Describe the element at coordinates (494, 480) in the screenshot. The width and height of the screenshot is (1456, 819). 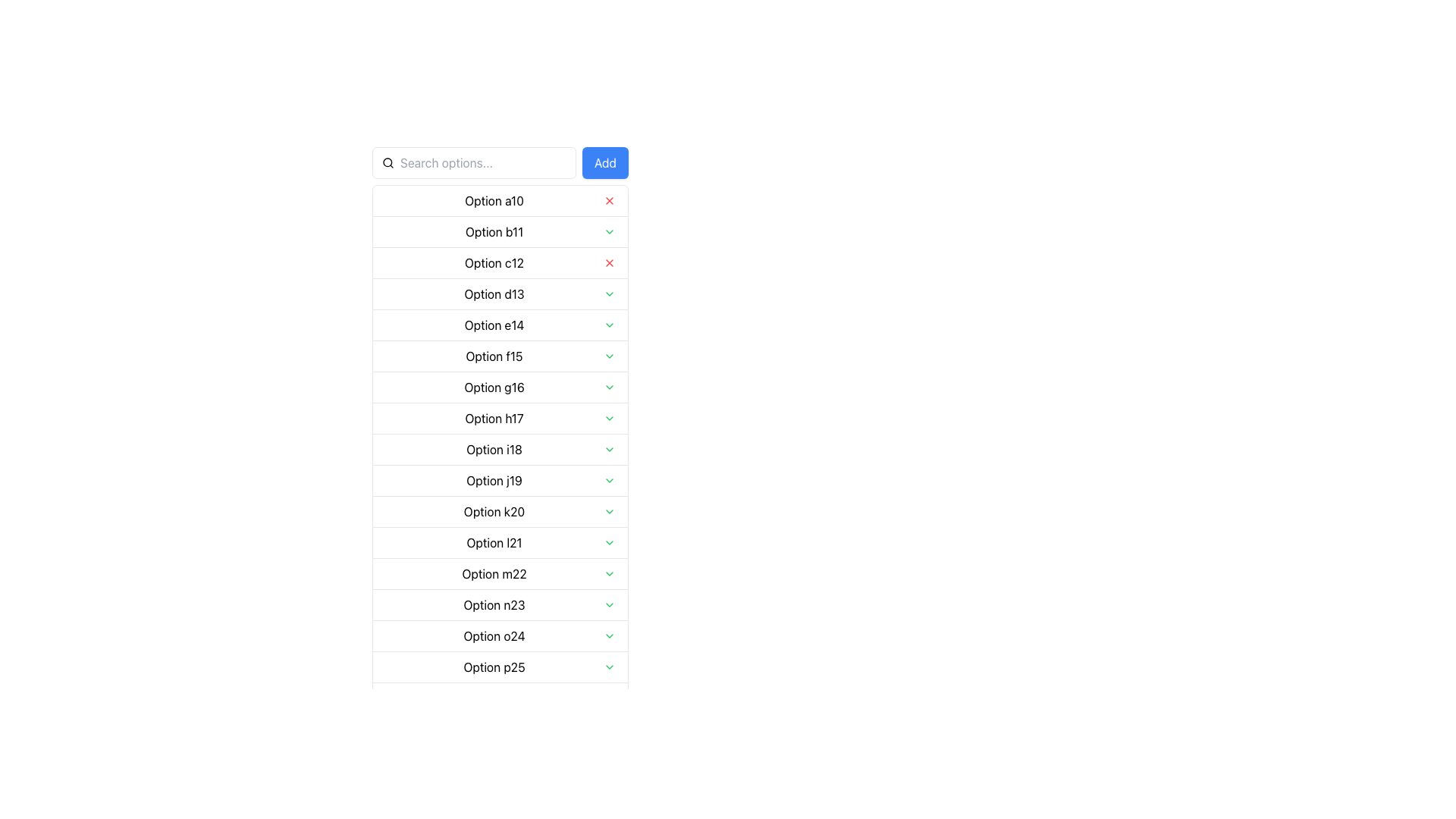
I see `the list item labeled 'Option j19' by clicking on it` at that location.